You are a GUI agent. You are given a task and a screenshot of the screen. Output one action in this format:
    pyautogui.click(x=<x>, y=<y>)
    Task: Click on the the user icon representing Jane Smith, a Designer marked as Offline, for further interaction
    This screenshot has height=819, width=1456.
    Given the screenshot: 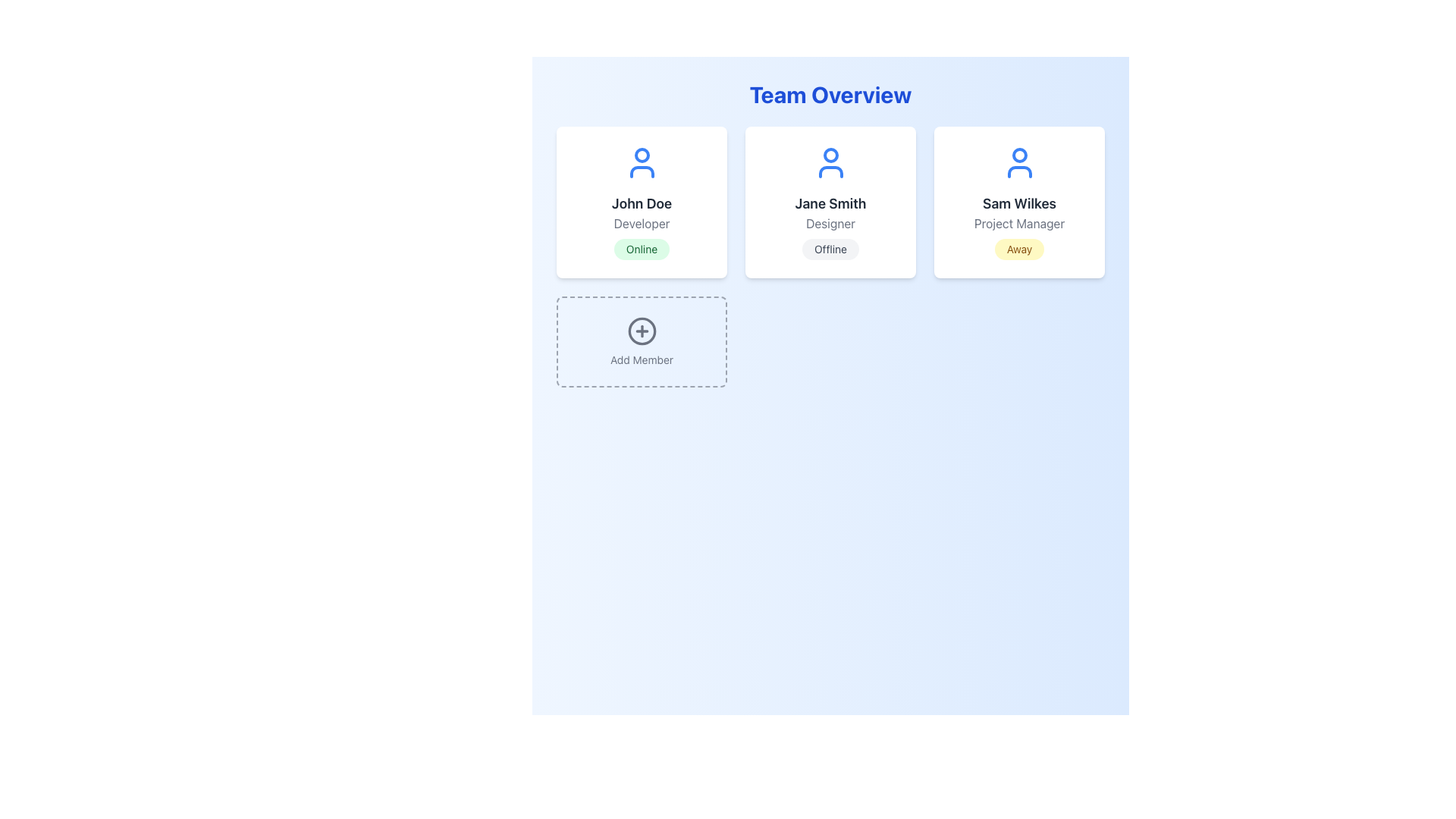 What is the action you would take?
    pyautogui.click(x=830, y=163)
    